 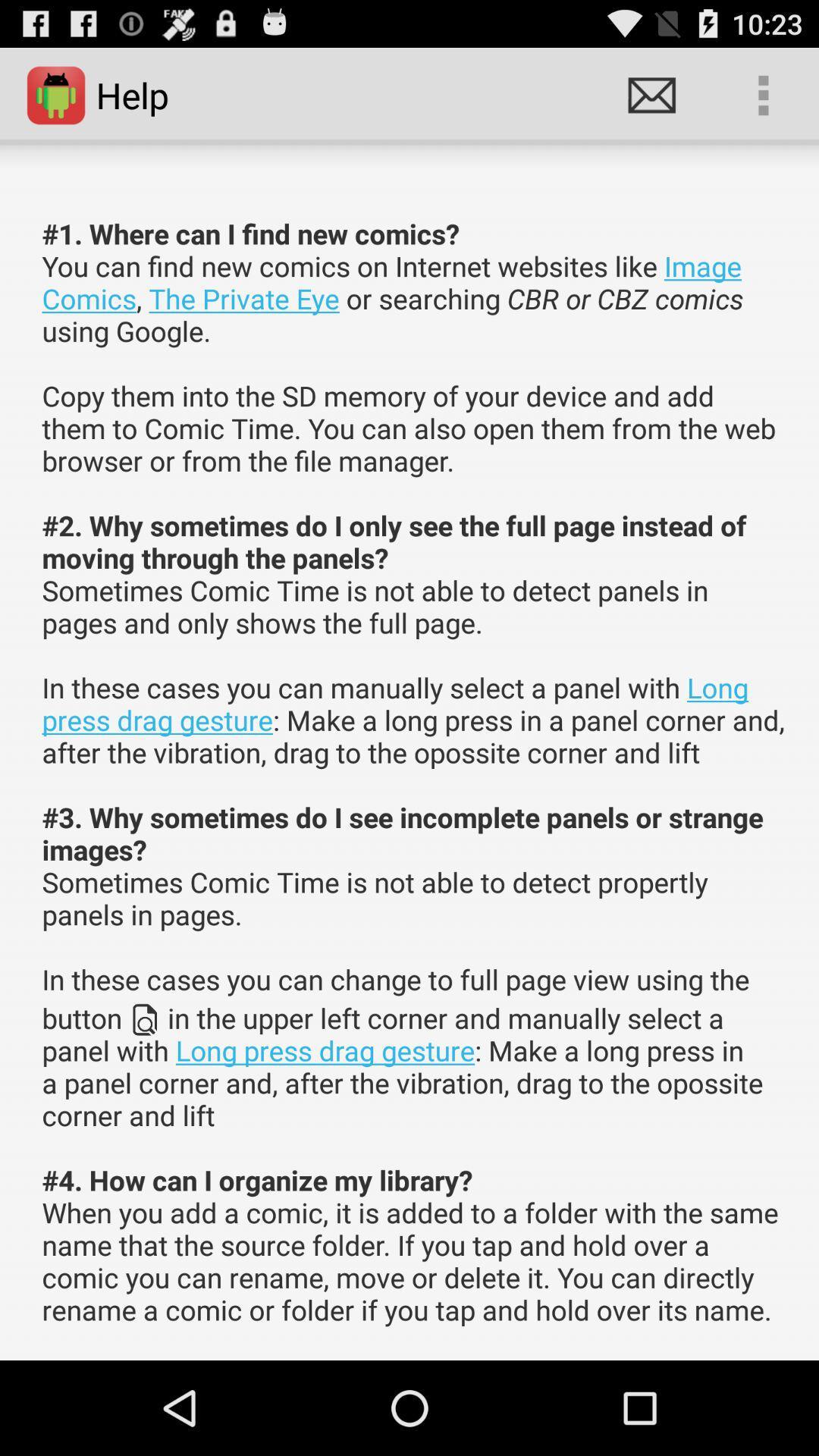 What do you see at coordinates (651, 94) in the screenshot?
I see `app next to help item` at bounding box center [651, 94].